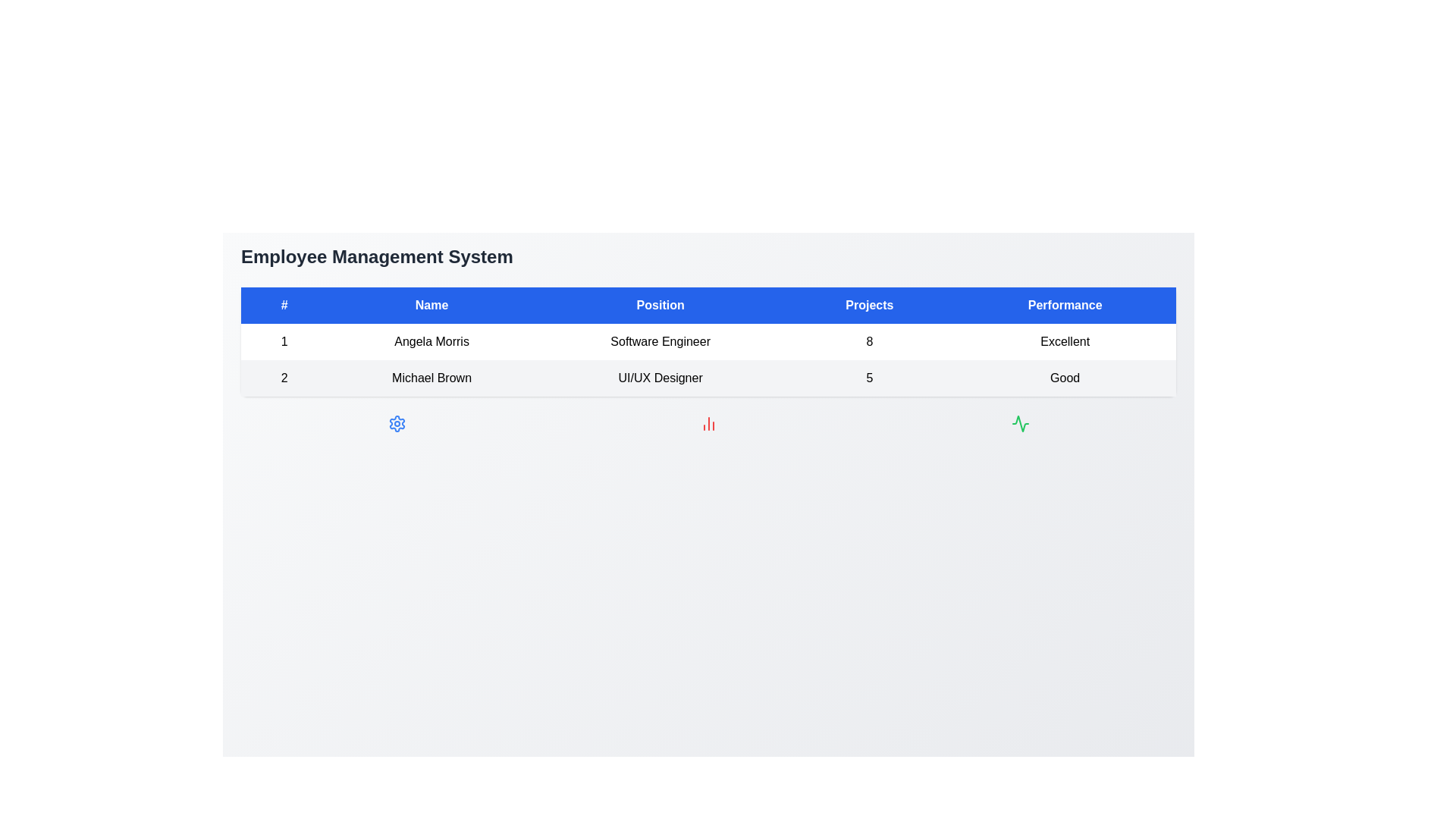 Image resolution: width=1456 pixels, height=819 pixels. Describe the element at coordinates (869, 305) in the screenshot. I see `the 'Projects' header label in the table` at that location.